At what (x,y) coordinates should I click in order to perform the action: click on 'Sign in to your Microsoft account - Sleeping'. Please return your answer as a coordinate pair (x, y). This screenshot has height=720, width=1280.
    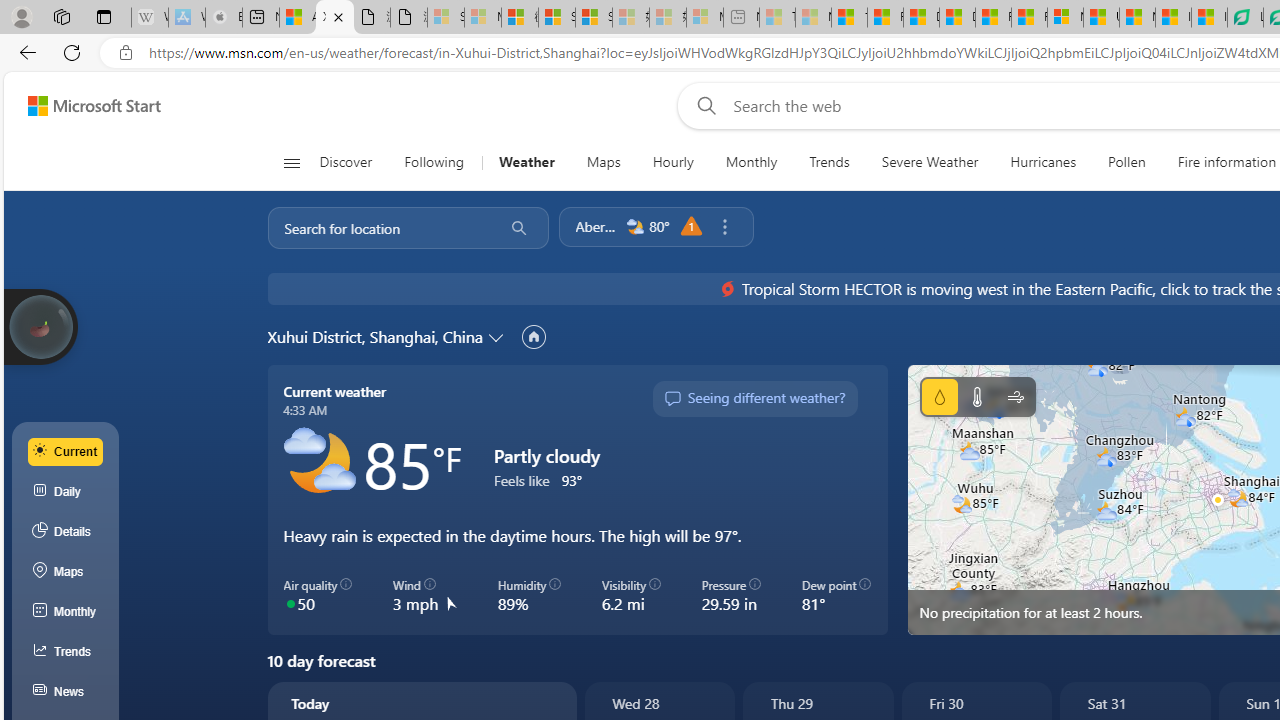
    Looking at the image, I should click on (445, 17).